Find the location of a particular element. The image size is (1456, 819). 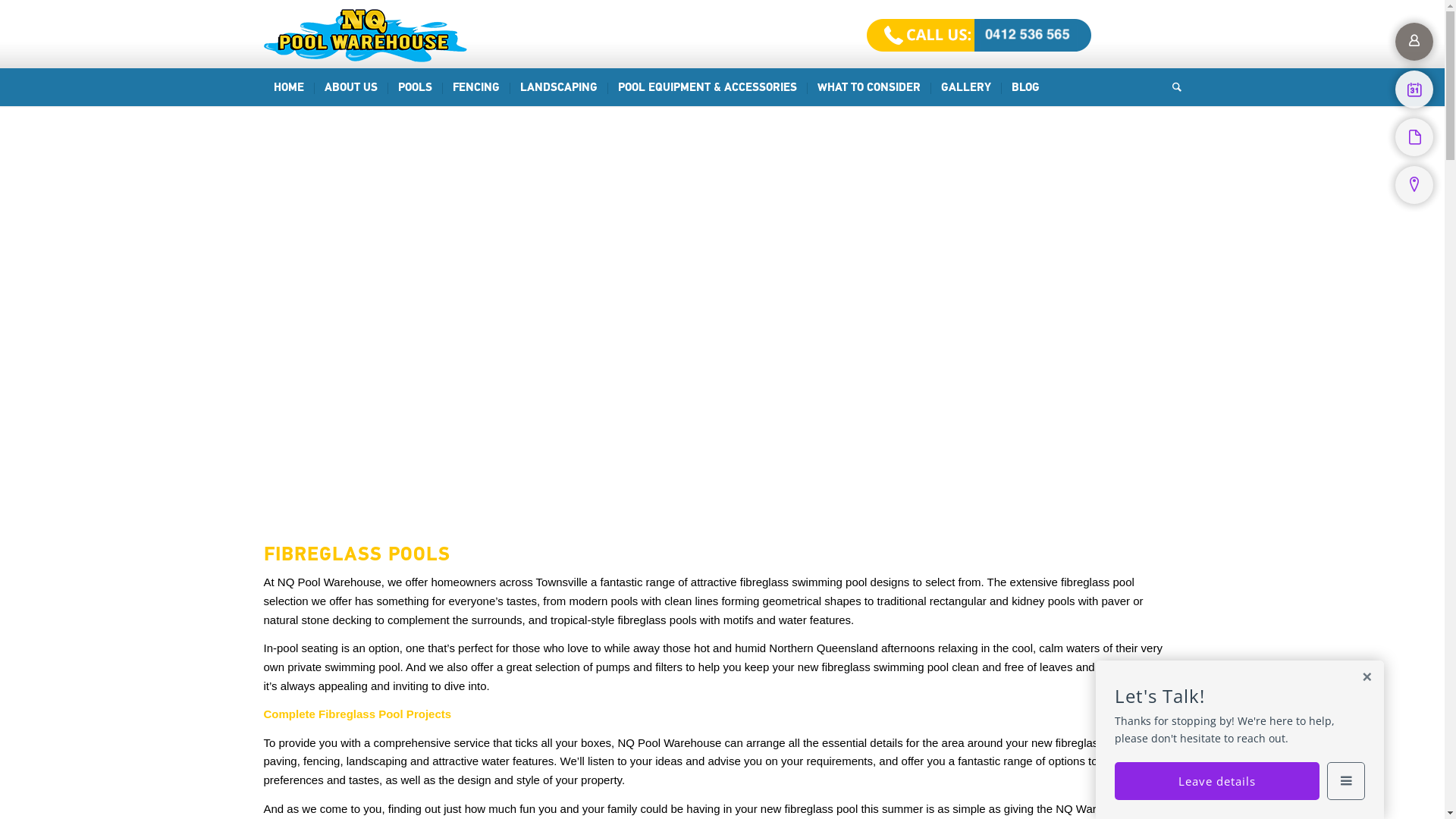

'BLOG' is located at coordinates (1025, 87).